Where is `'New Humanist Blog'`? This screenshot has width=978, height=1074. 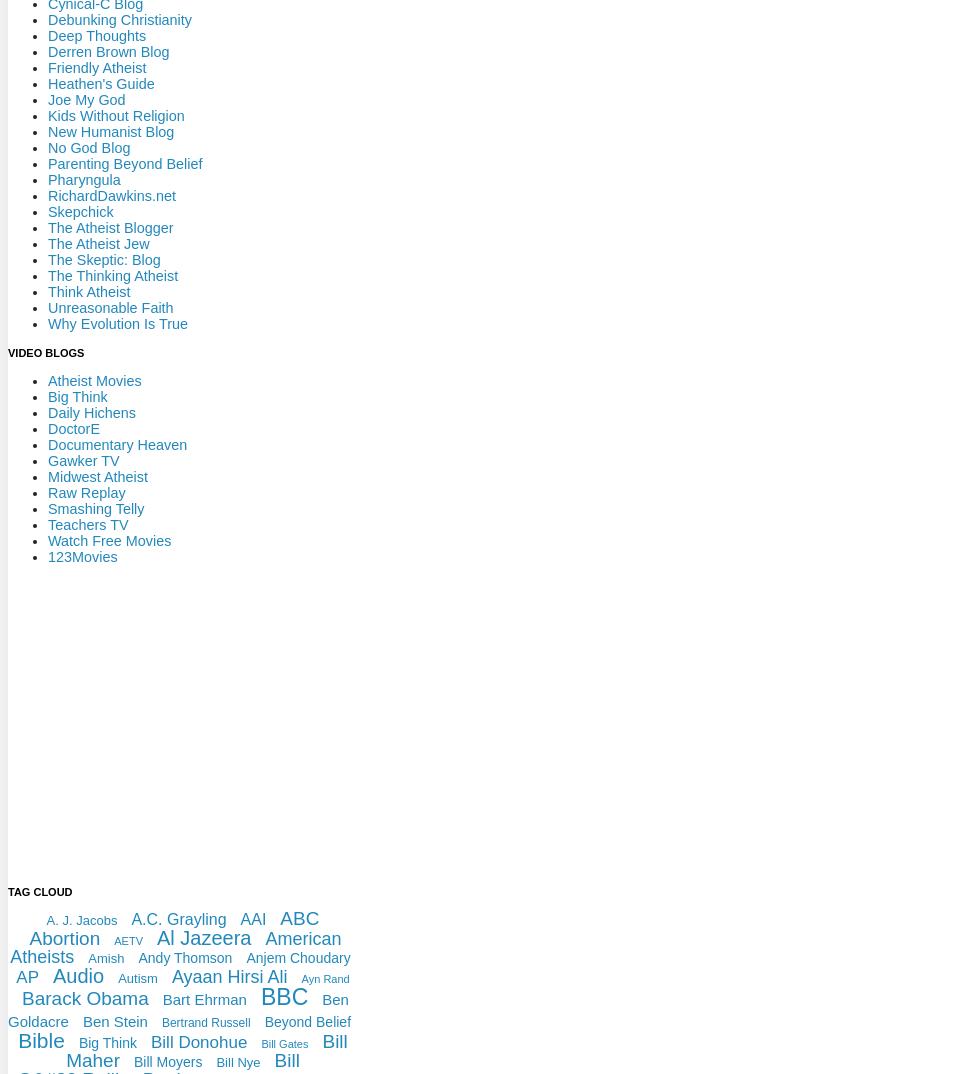 'New Humanist Blog' is located at coordinates (111, 130).